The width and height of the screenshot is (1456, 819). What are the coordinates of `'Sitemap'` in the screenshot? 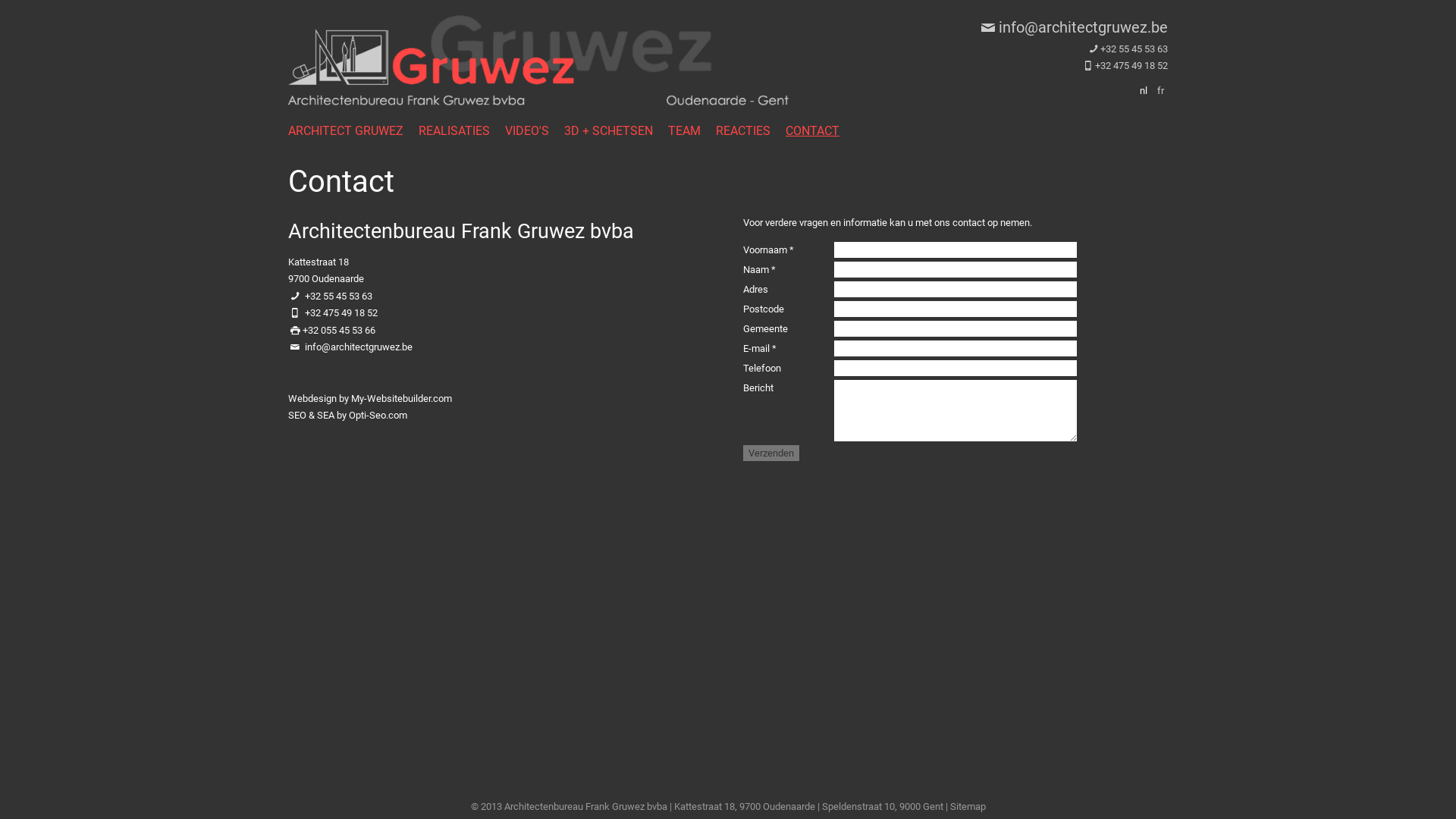 It's located at (966, 805).